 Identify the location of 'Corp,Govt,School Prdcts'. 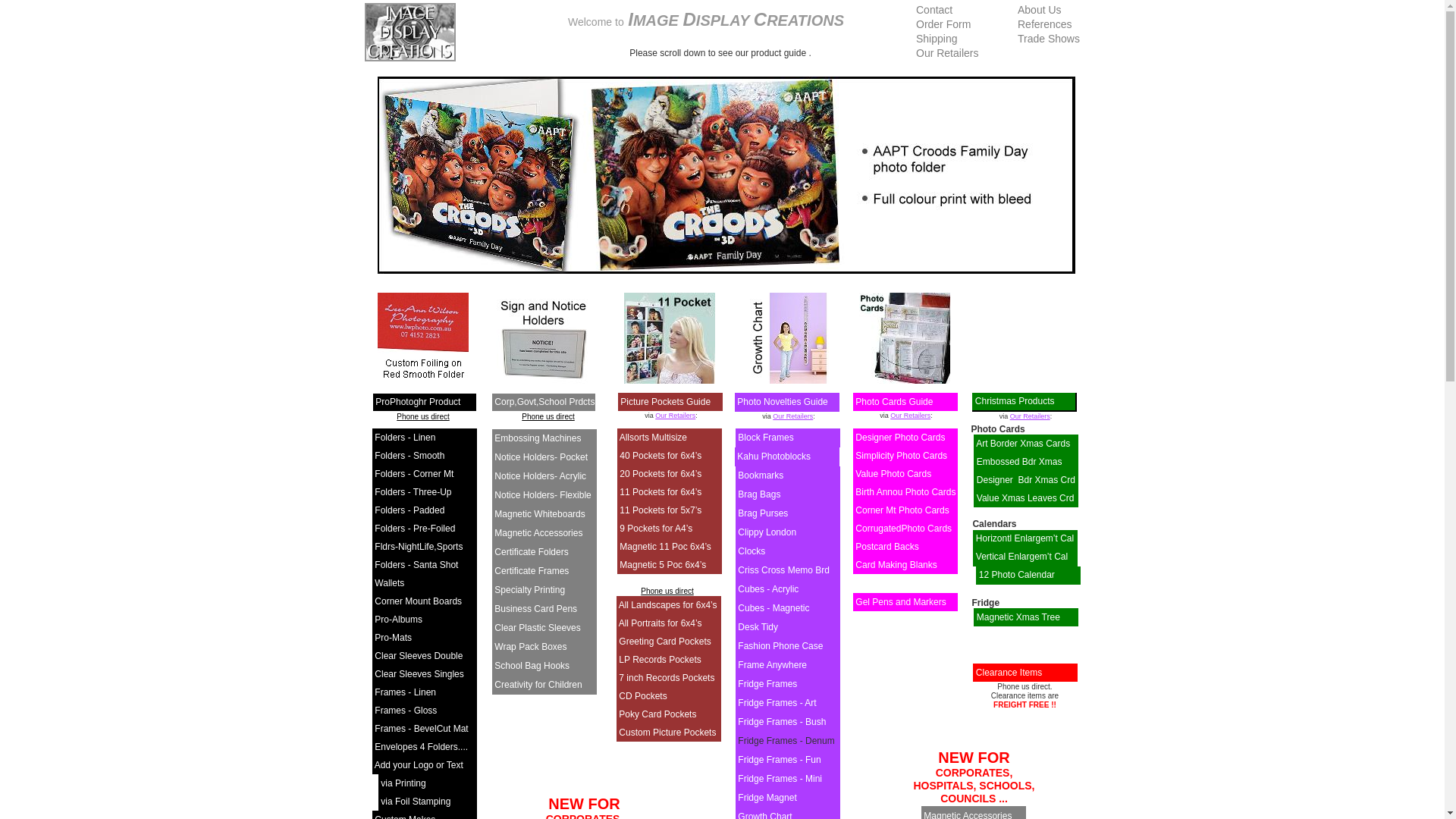
(544, 400).